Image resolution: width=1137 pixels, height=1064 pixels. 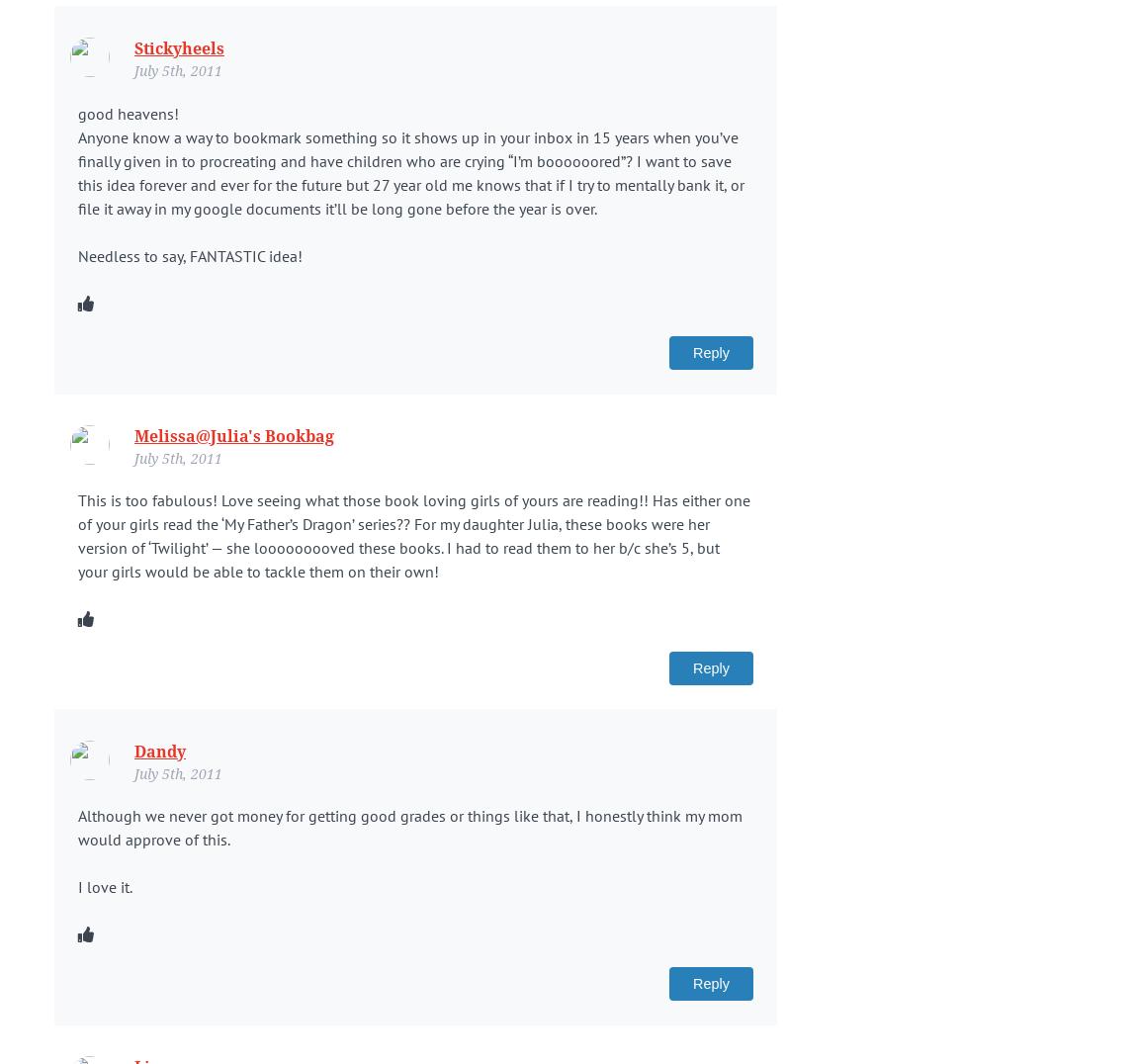 I want to click on 'This is too fabulous! Love seeing what those book loving girls of yours are reading!! Has either one of your girls read the ‘My Father’s Dragon’ series?? For my daughter Julia, these books were her version of ‘Twilight’ — she looooooooved these books. I had to read them to her b/c she’s 5, but your girls would be able to tackle them on their own!', so click(x=413, y=534).